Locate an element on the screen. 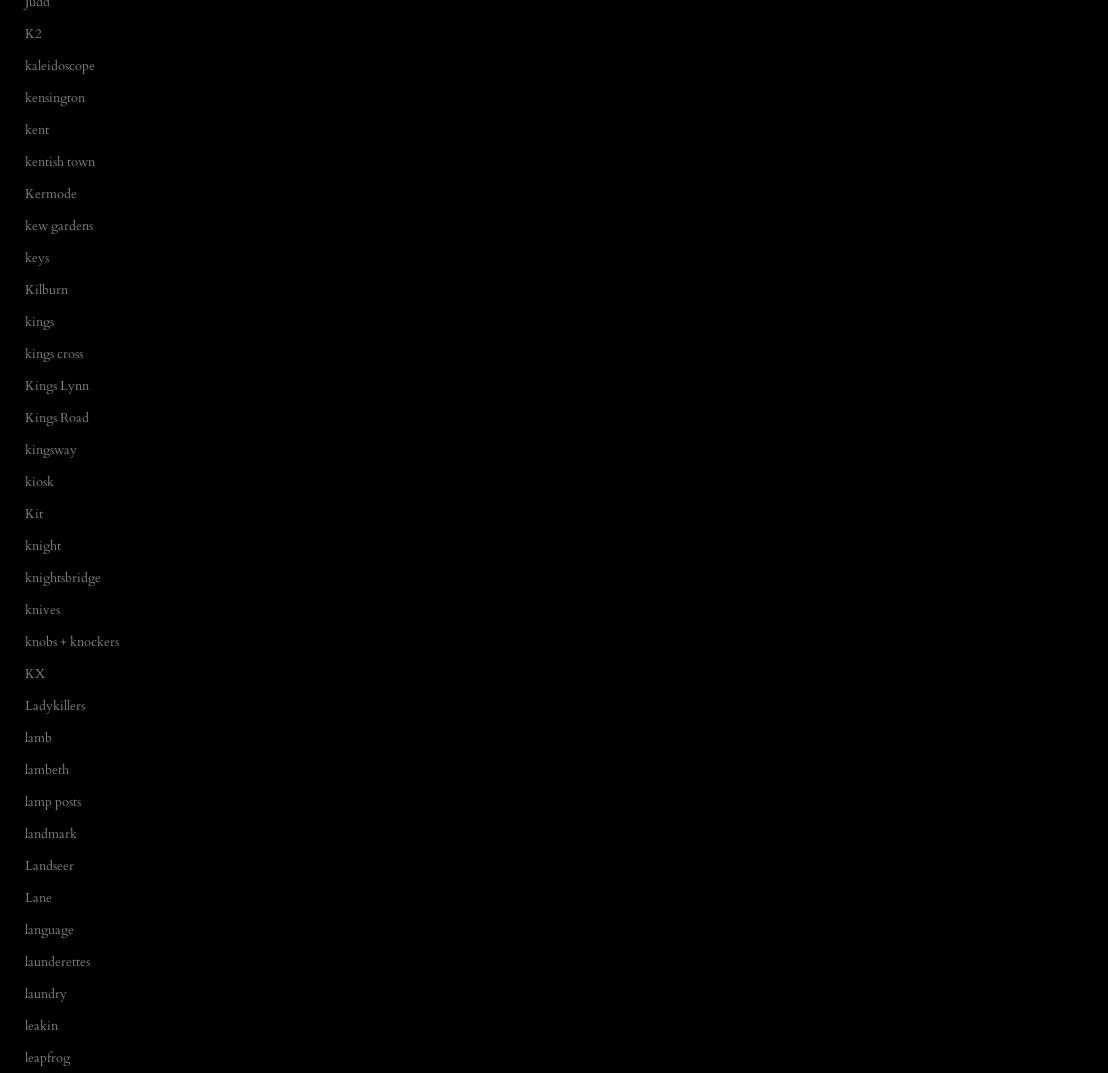 The height and width of the screenshot is (1073, 1108). 'kent' is located at coordinates (37, 127).